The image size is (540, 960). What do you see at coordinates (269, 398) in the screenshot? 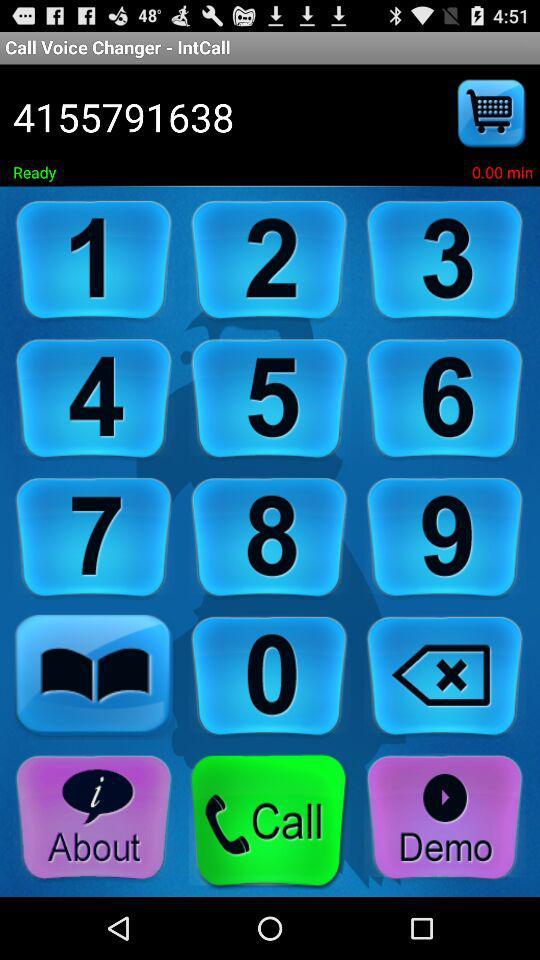
I see `dial the number five` at bounding box center [269, 398].